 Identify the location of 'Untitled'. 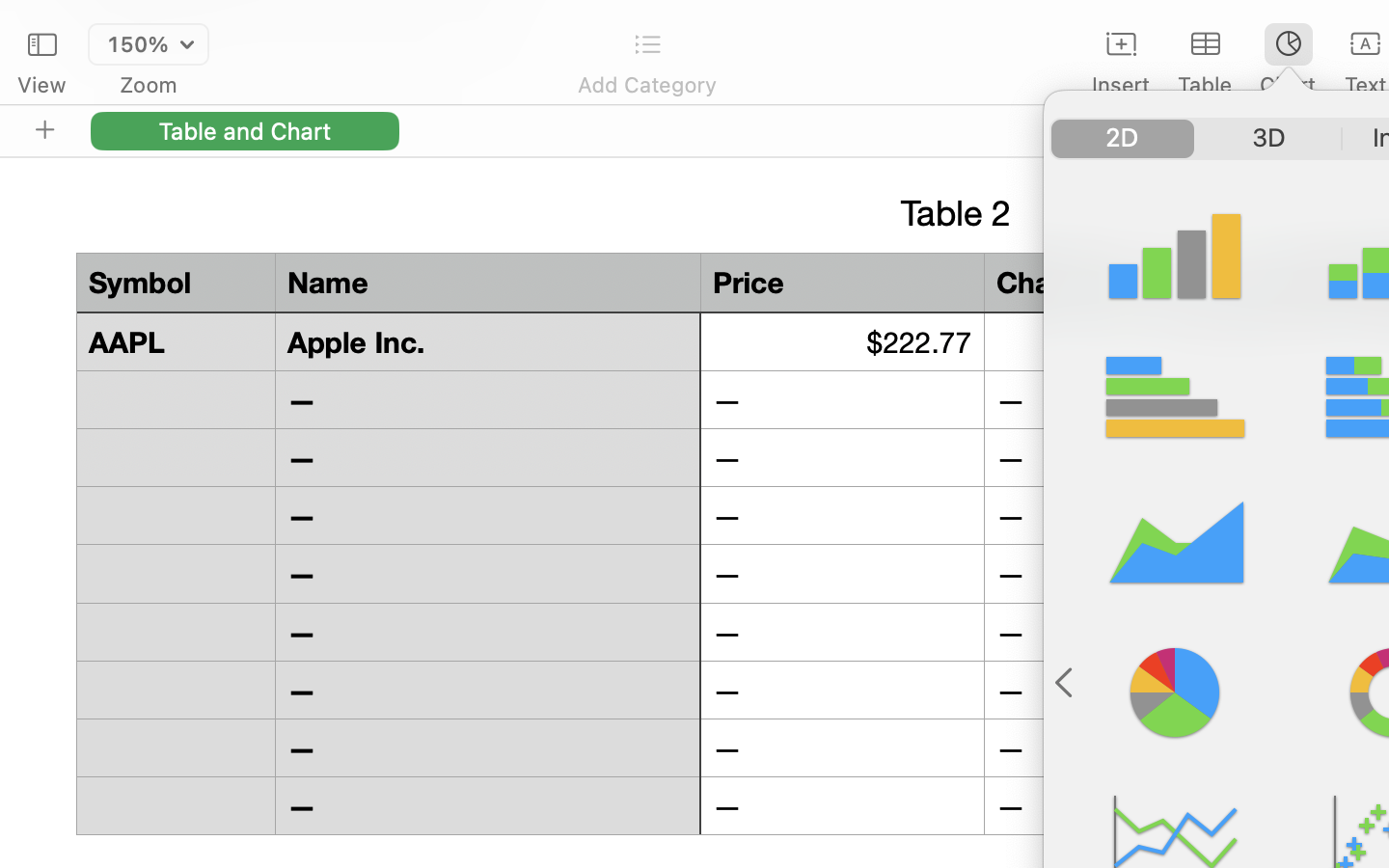
(1334, 24).